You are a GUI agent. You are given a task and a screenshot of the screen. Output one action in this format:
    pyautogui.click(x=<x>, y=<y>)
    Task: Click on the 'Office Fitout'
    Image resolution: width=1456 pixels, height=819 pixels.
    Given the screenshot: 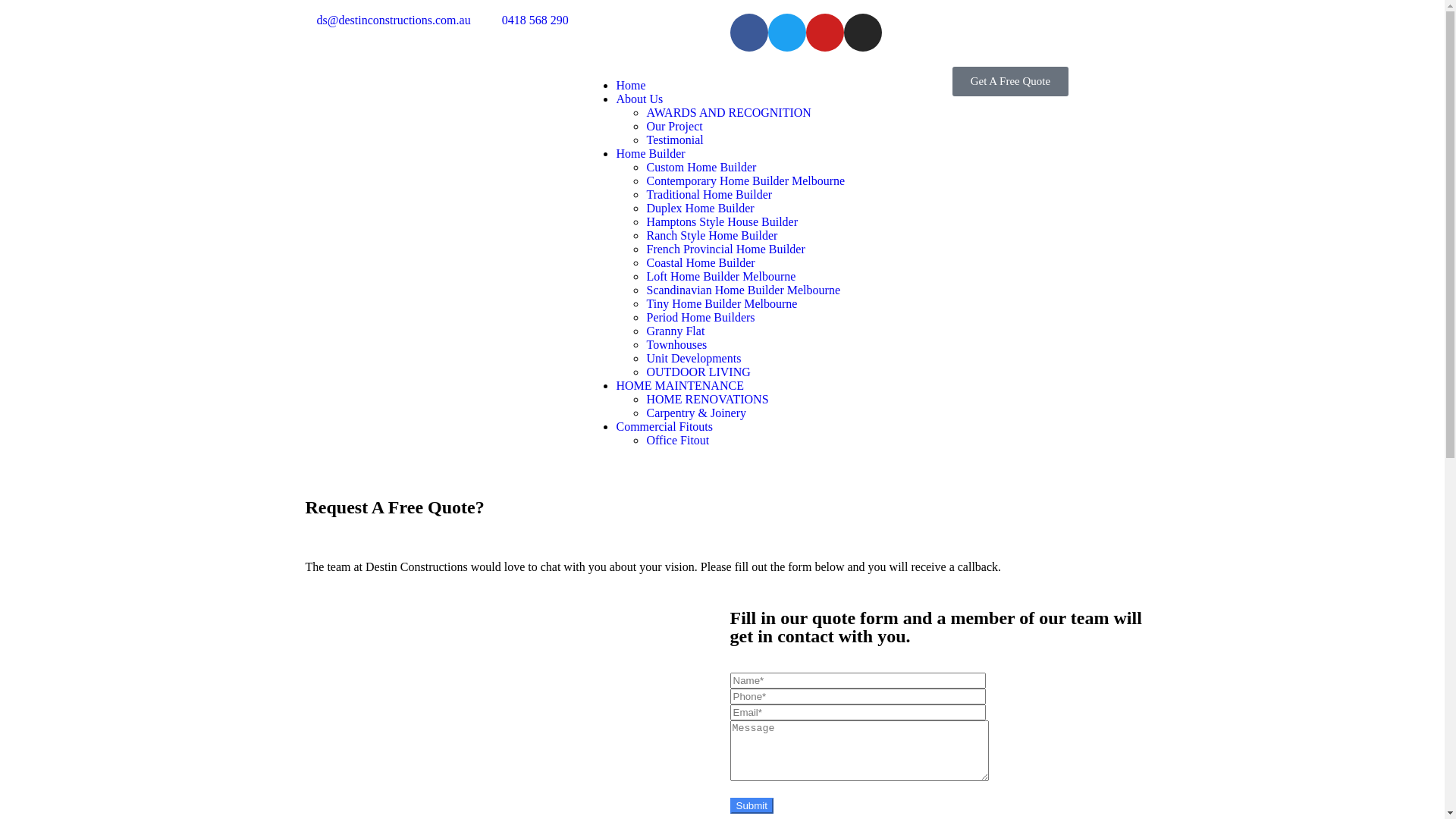 What is the action you would take?
    pyautogui.click(x=676, y=440)
    